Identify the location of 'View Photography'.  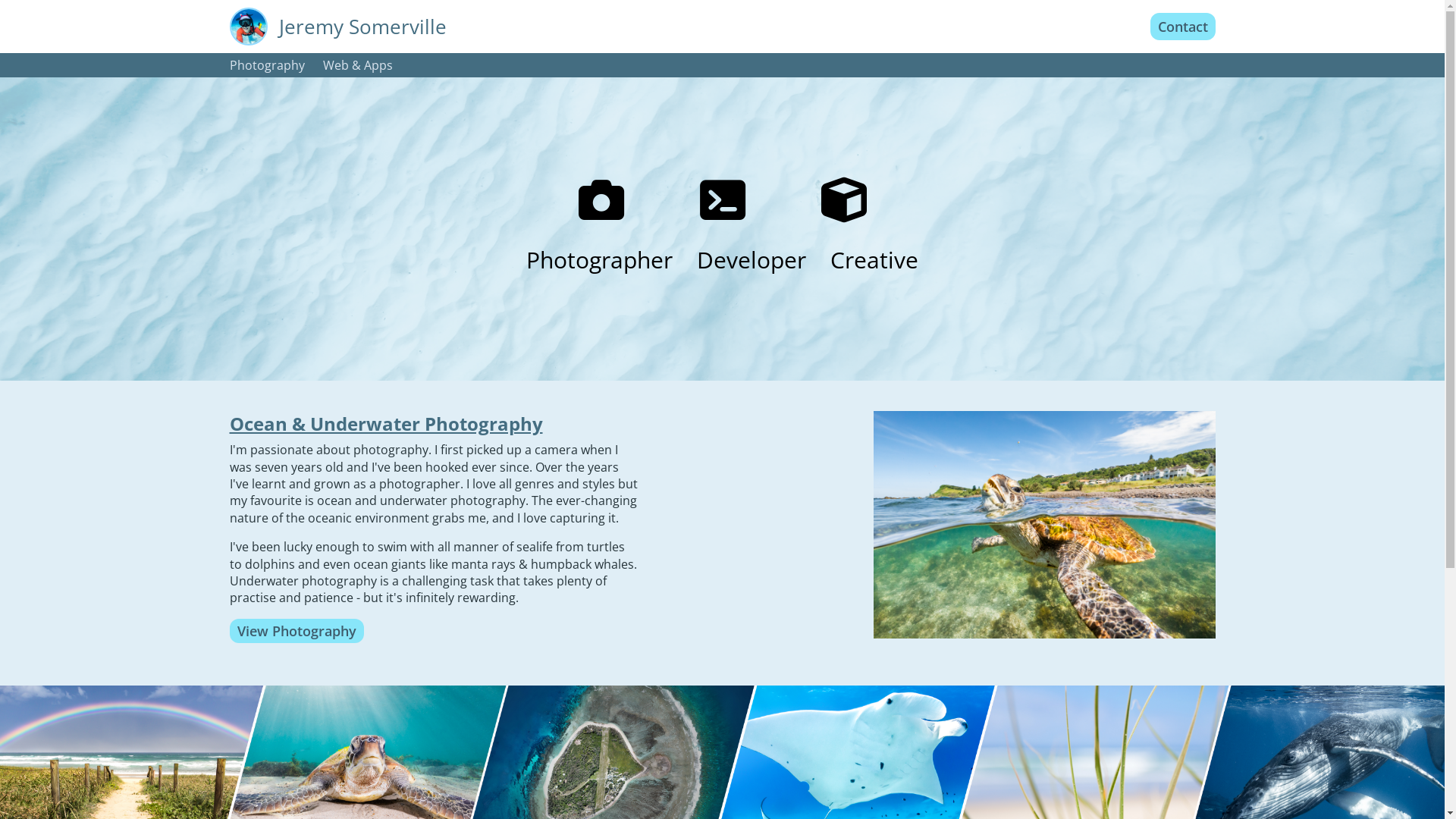
(296, 631).